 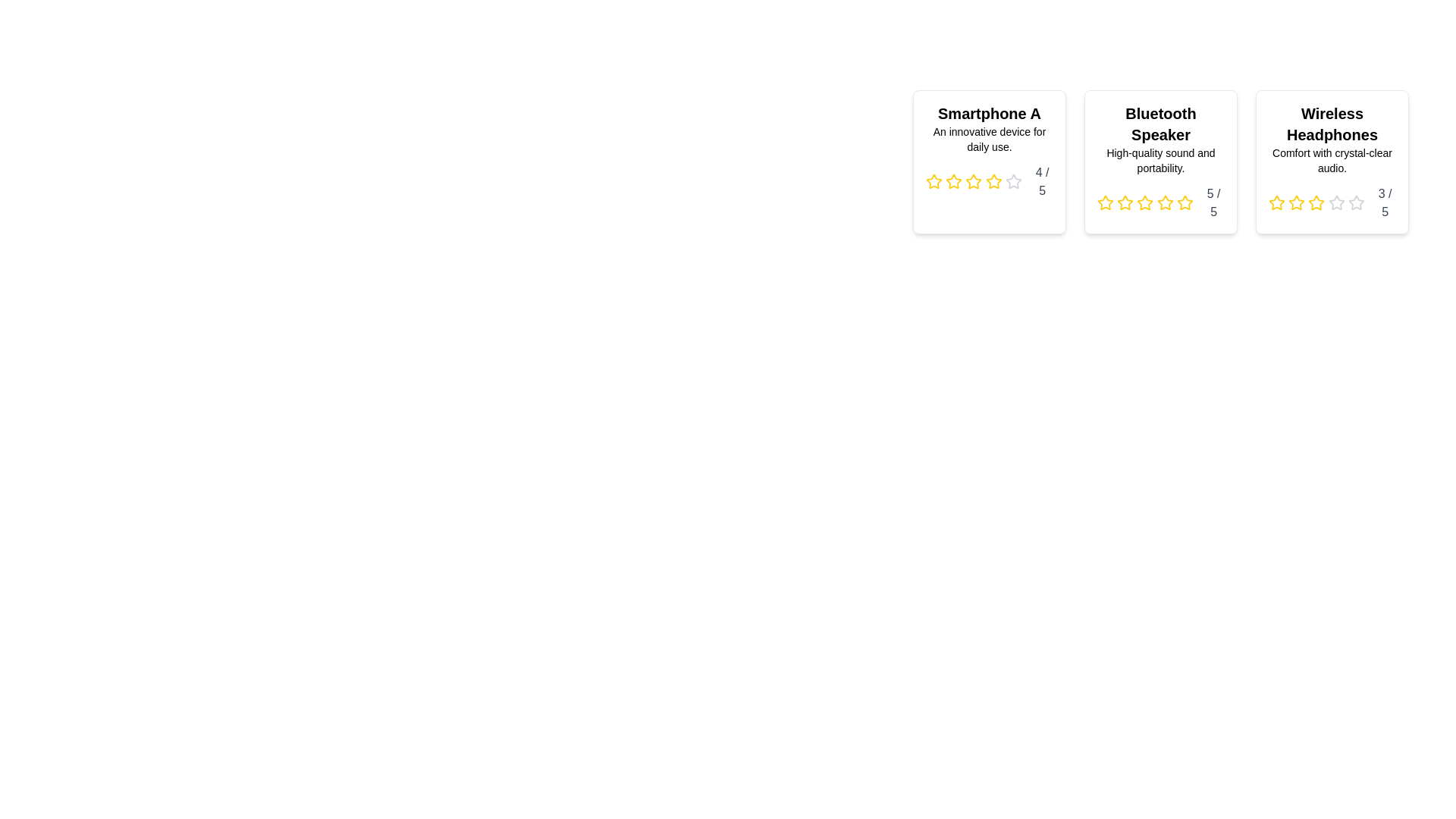 What do you see at coordinates (993, 180) in the screenshot?
I see `the star corresponding to the desired rating of 4 for the product` at bounding box center [993, 180].